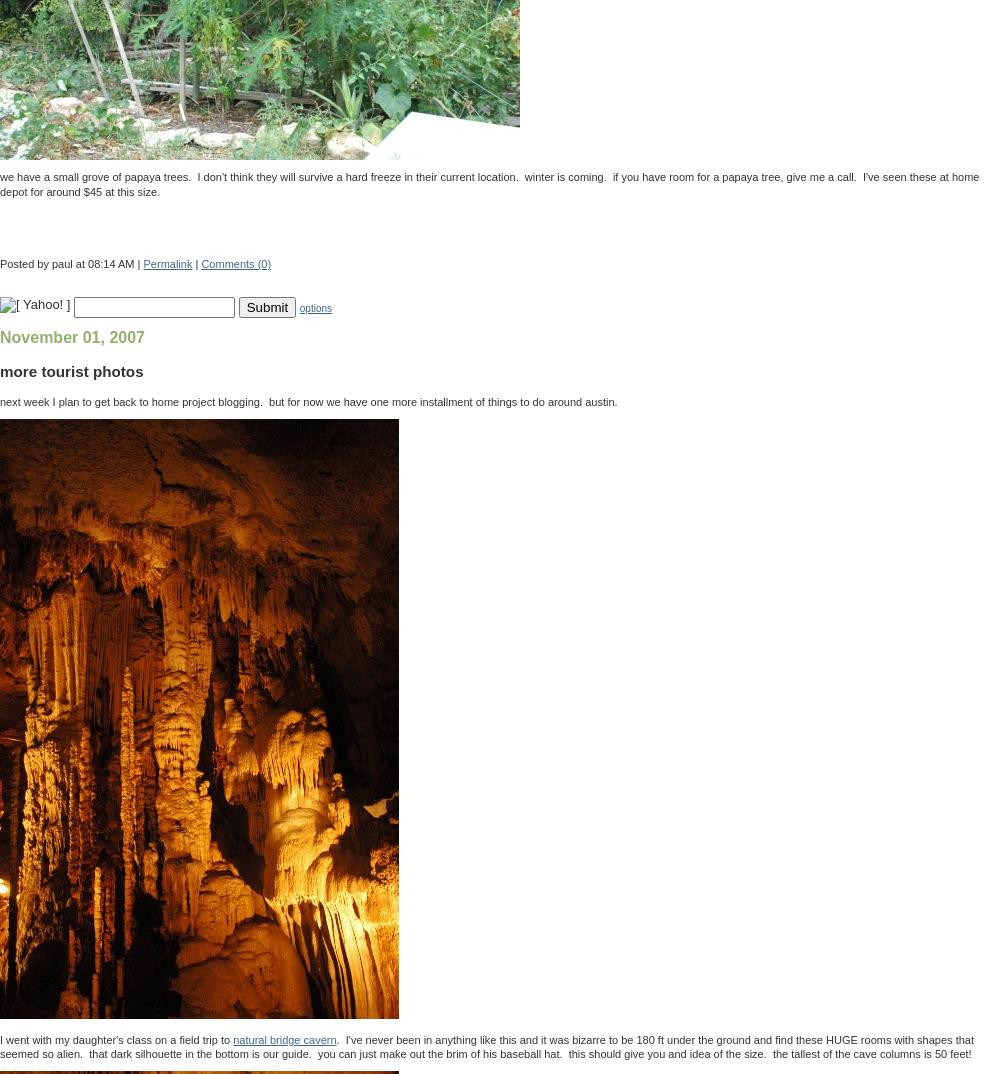 The image size is (1000, 1074). Describe the element at coordinates (488, 183) in the screenshot. I see `'we have a small grove of papaya trees.  I don't think they will survive a hard freeze in their current location.  winter is coming.  if you have room for a papaya tree, give me a call.  I've seen these at home depot for around $45 at this size.'` at that location.